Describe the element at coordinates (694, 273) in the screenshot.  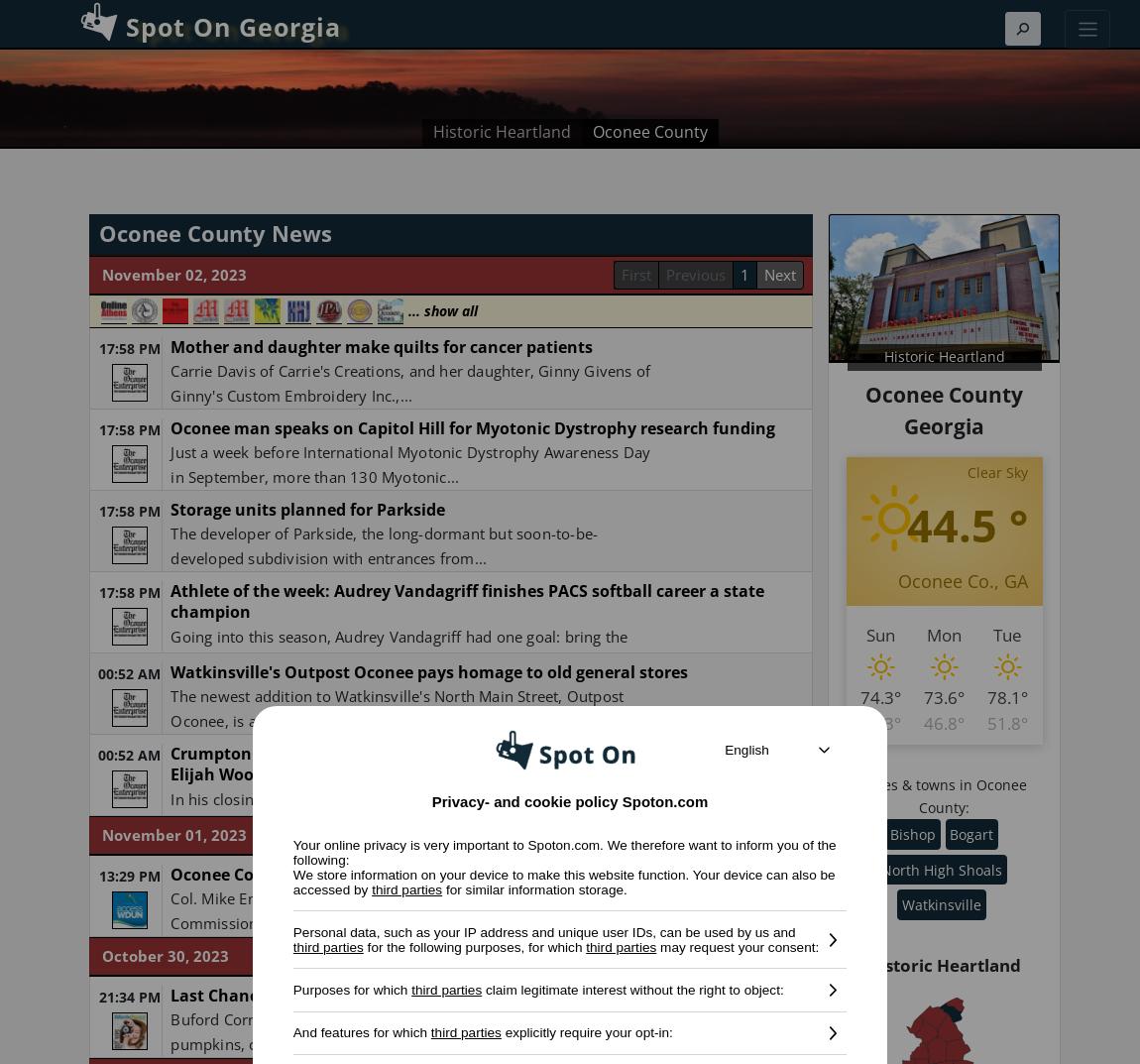
I see `'Previous'` at that location.